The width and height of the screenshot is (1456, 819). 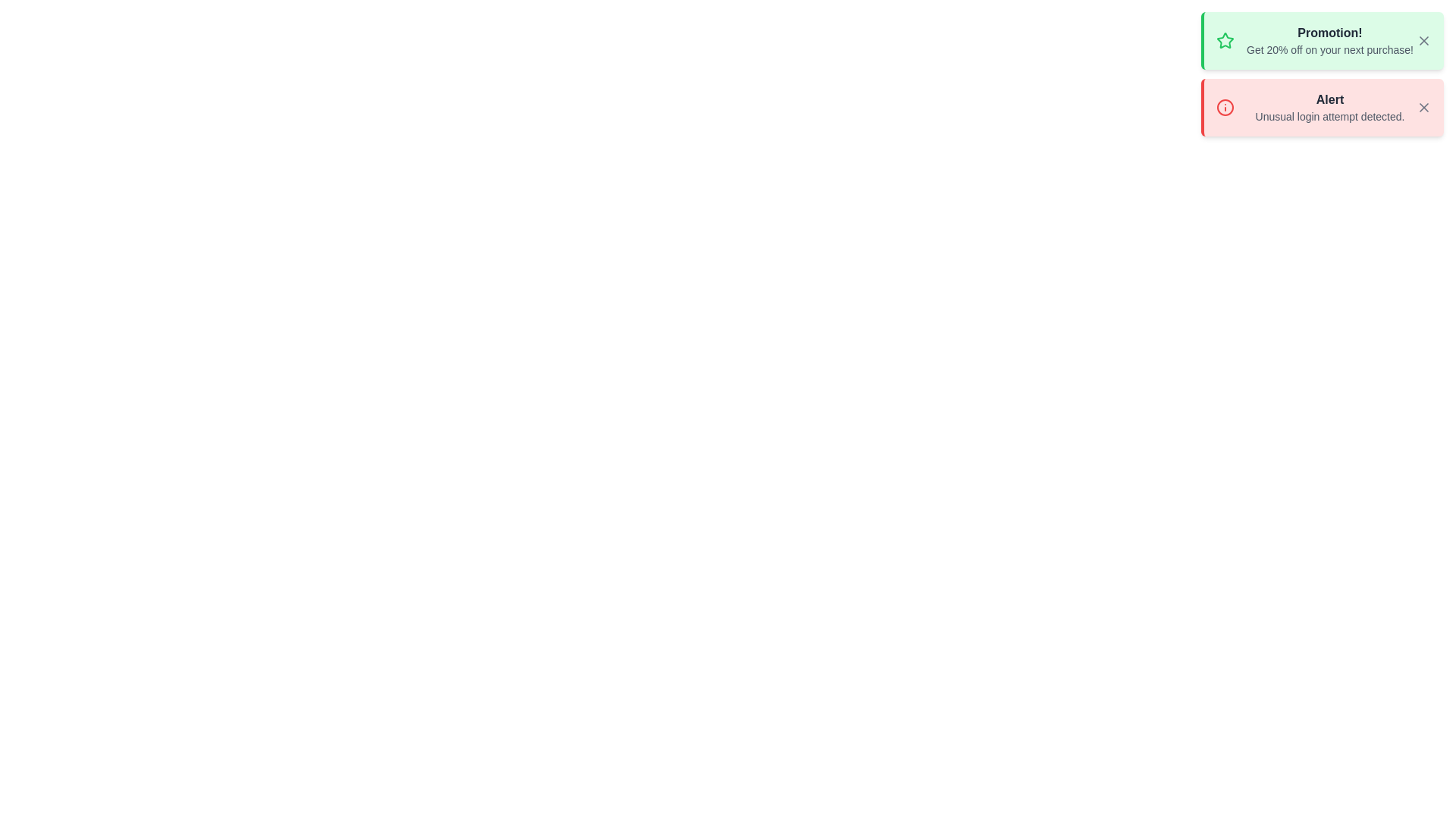 What do you see at coordinates (1329, 49) in the screenshot?
I see `the informative text label that provides additional details about the promotion, located below the title 'Promotion!' within a green card in the upper-right corner of the interface` at bounding box center [1329, 49].